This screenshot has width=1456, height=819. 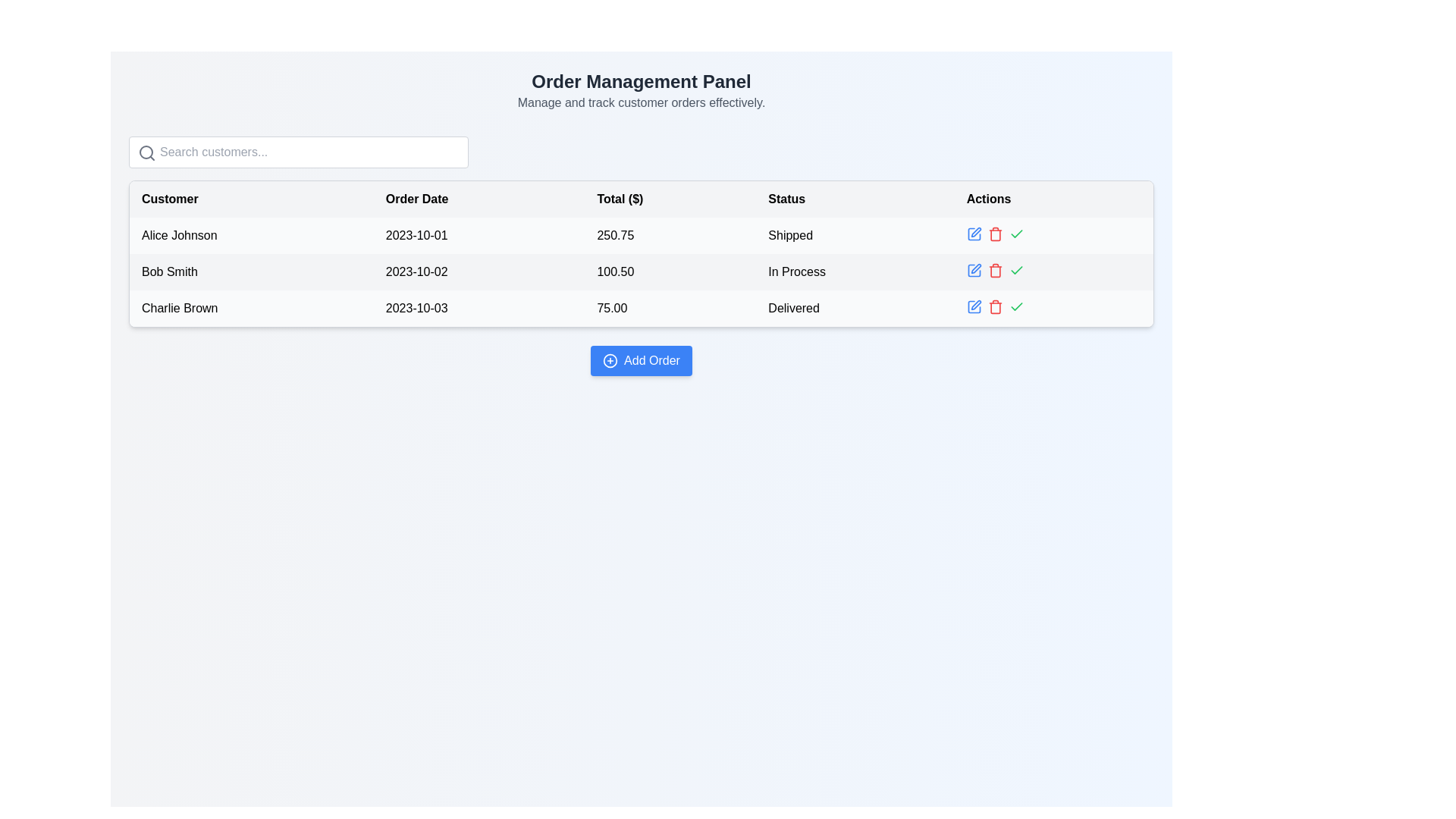 What do you see at coordinates (641, 90) in the screenshot?
I see `the Header component titled 'Order Management Panel' with the subtitle 'Manage and track customer orders effectively.'` at bounding box center [641, 90].